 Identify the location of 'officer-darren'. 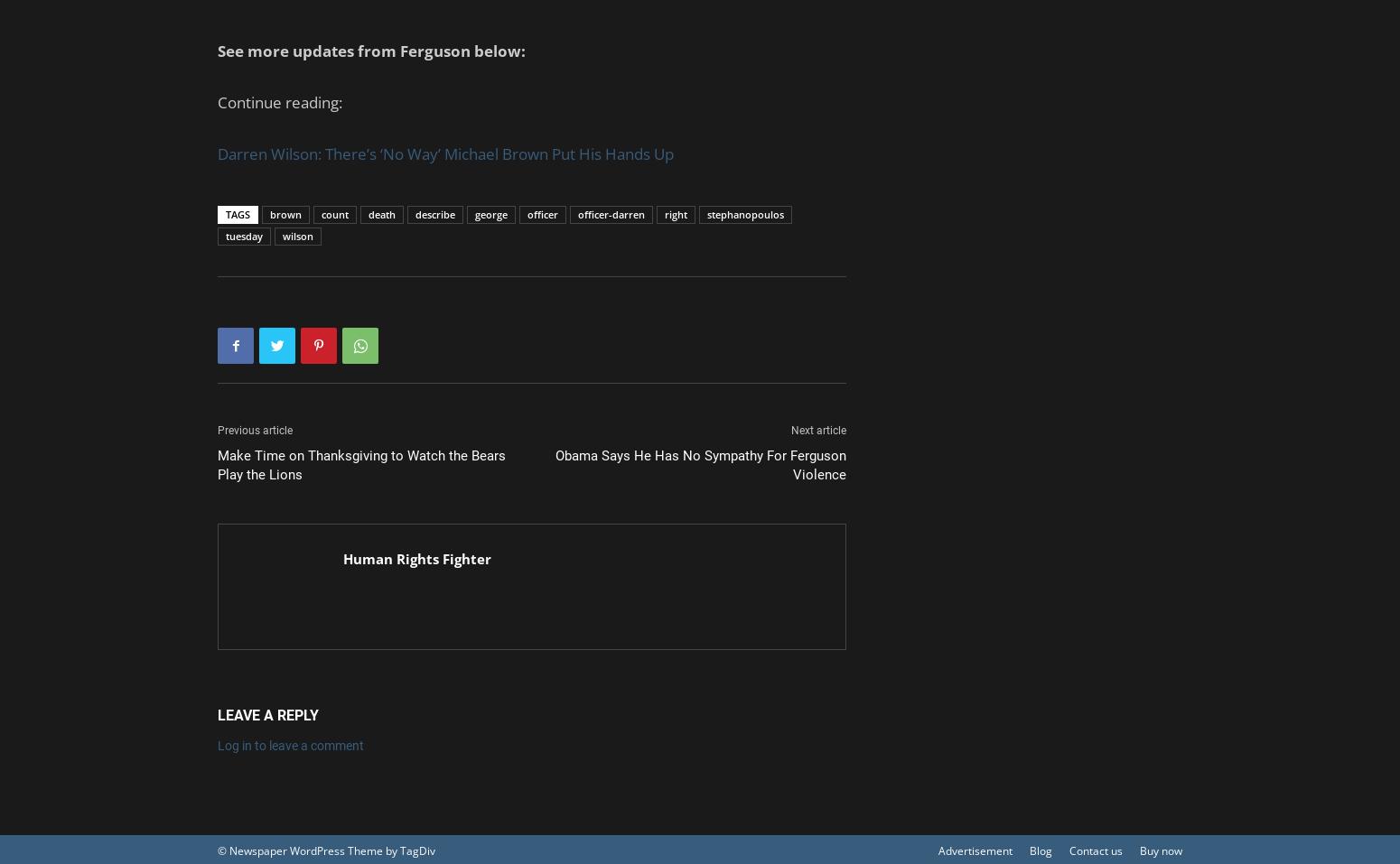
(611, 213).